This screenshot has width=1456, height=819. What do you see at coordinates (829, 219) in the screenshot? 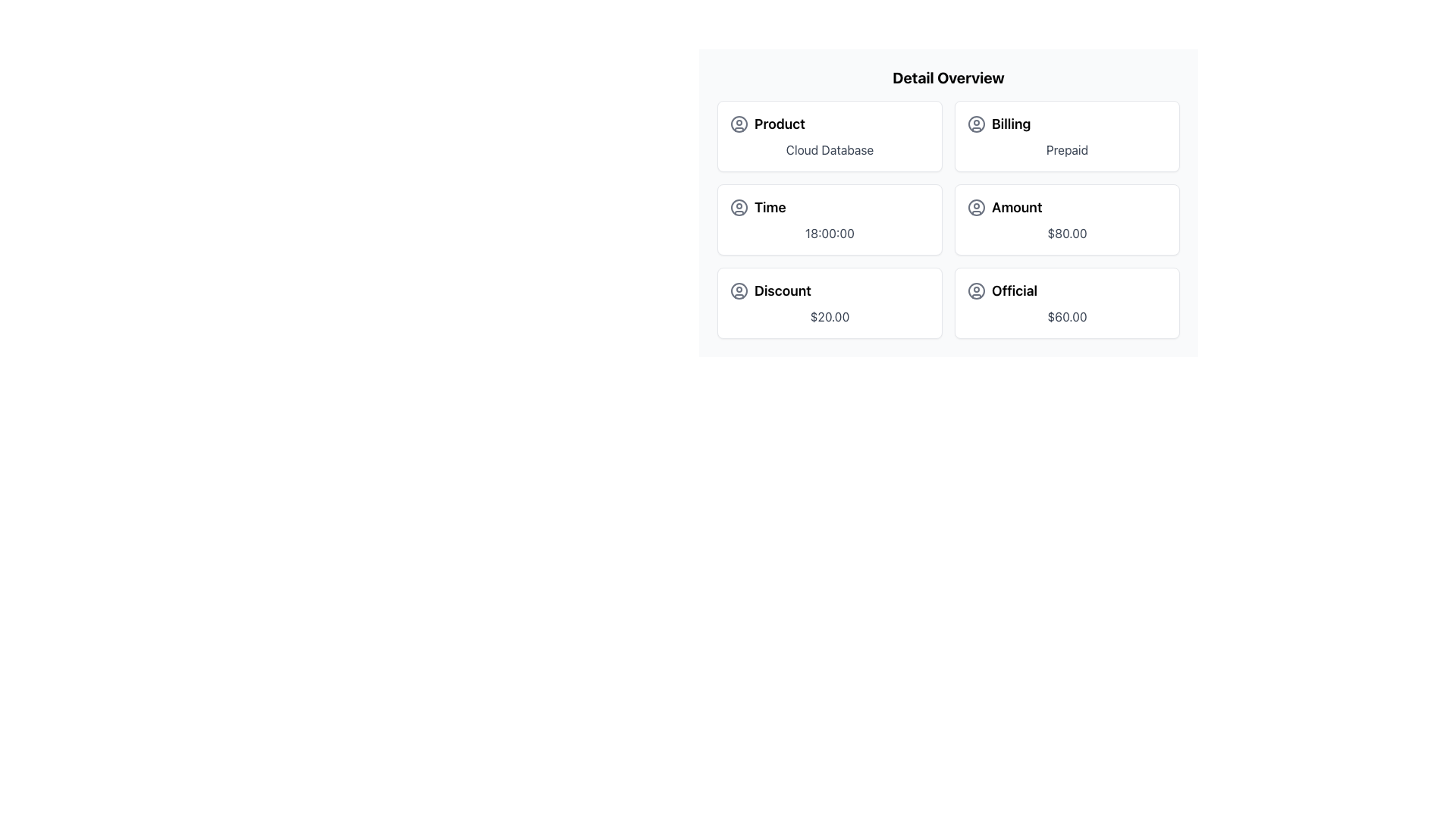
I see `the informational card displaying the time value '18:00:00' located in the left column, second row of the grid layout` at bounding box center [829, 219].